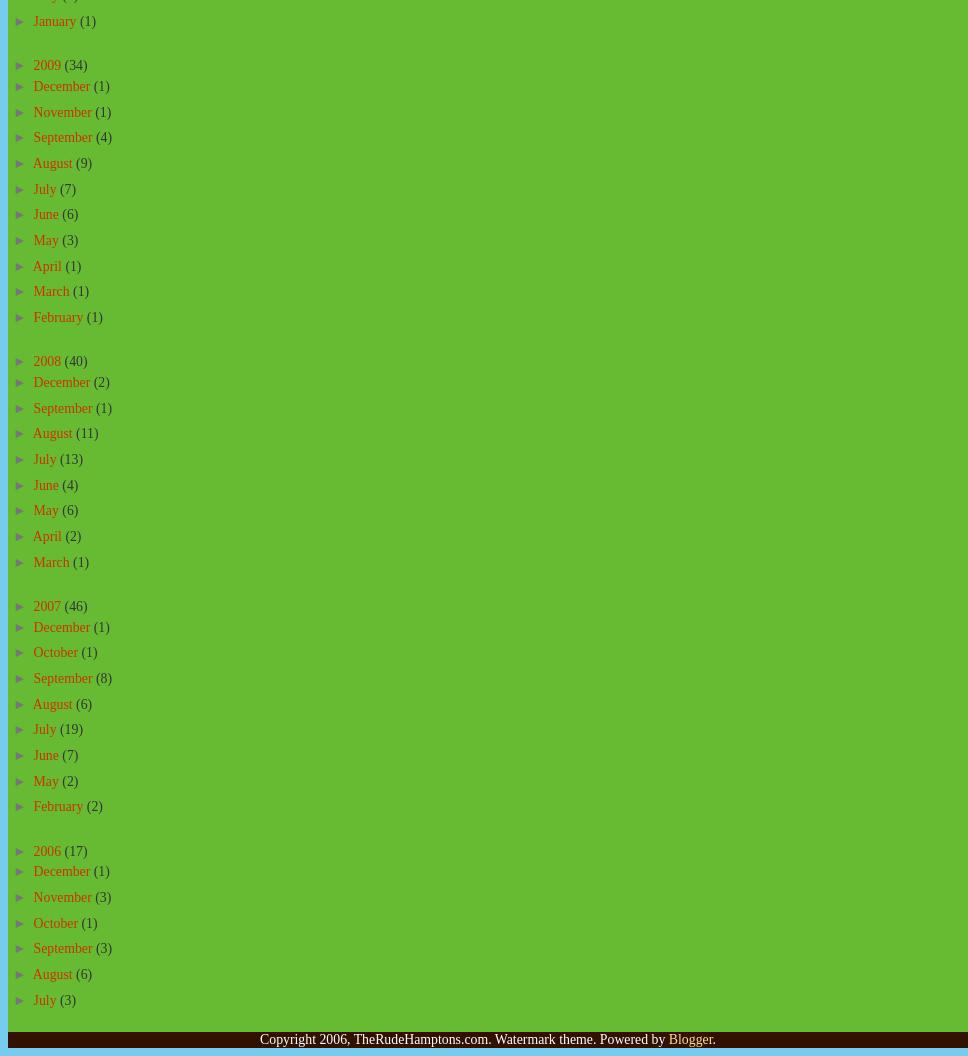 The width and height of the screenshot is (968, 1056). Describe the element at coordinates (47, 65) in the screenshot. I see `'2009'` at that location.